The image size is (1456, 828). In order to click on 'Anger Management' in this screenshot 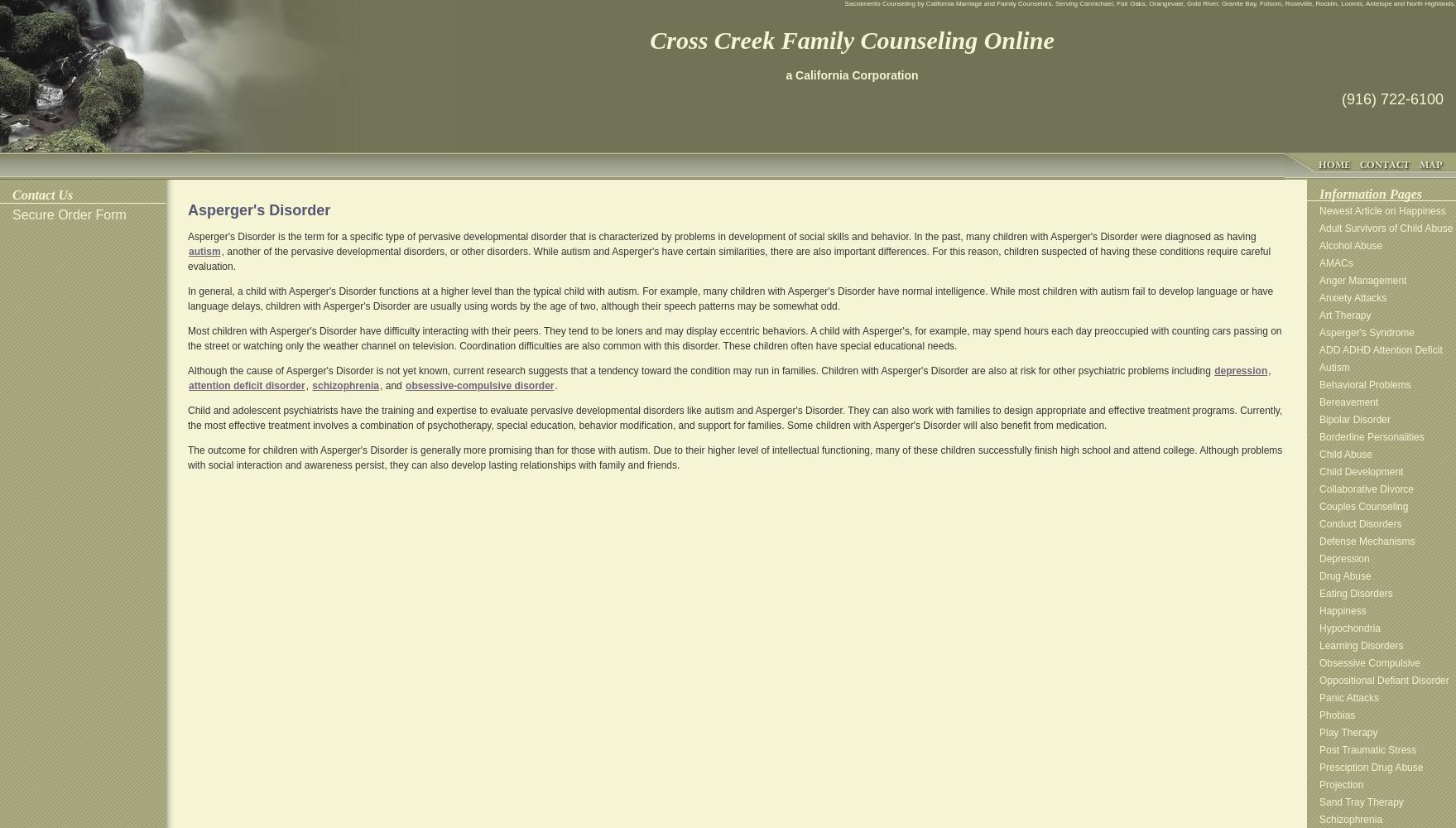, I will do `click(1362, 280)`.